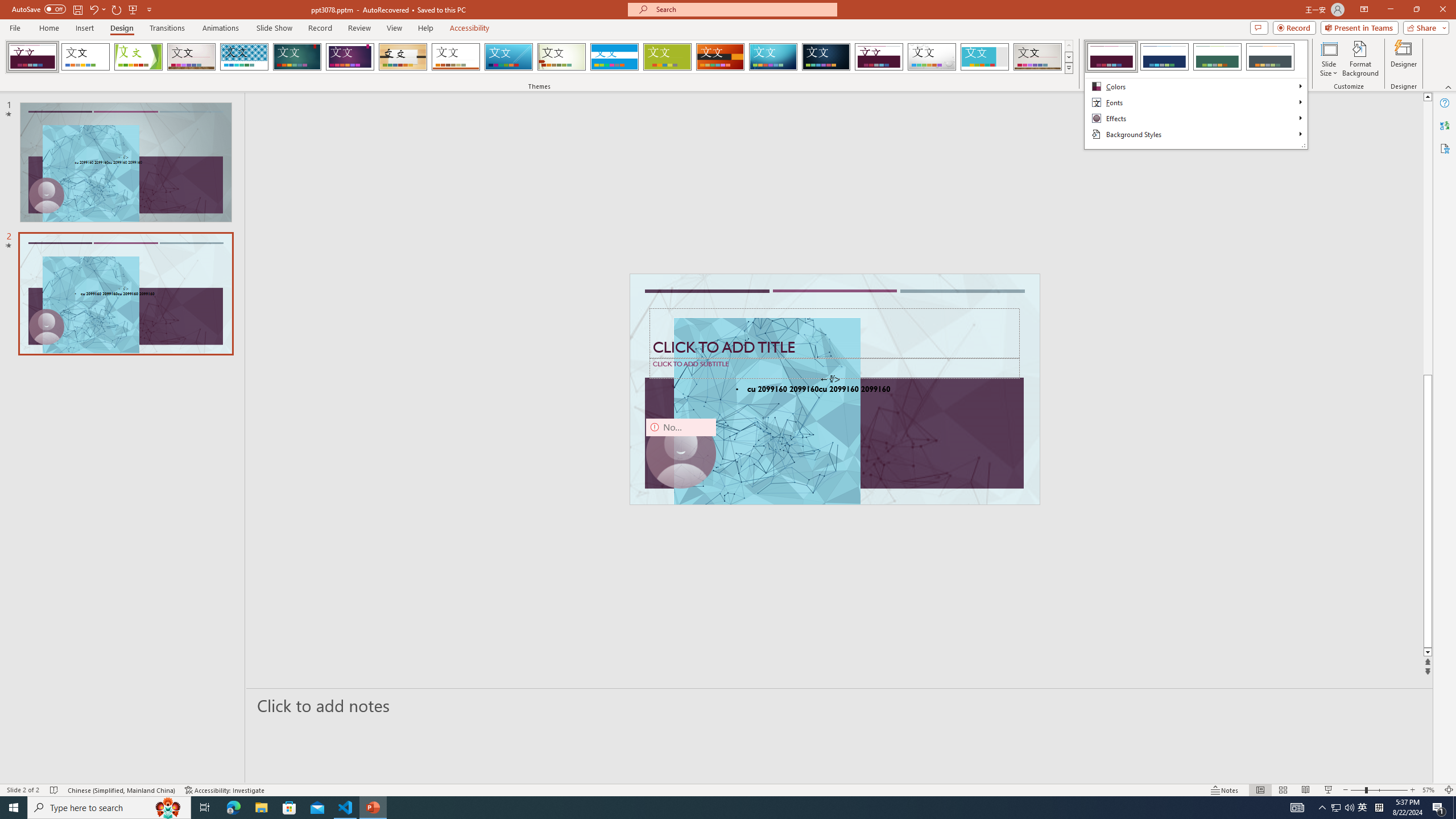 This screenshot has height=819, width=1456. Describe the element at coordinates (834, 333) in the screenshot. I see `'Title TextBox'` at that location.